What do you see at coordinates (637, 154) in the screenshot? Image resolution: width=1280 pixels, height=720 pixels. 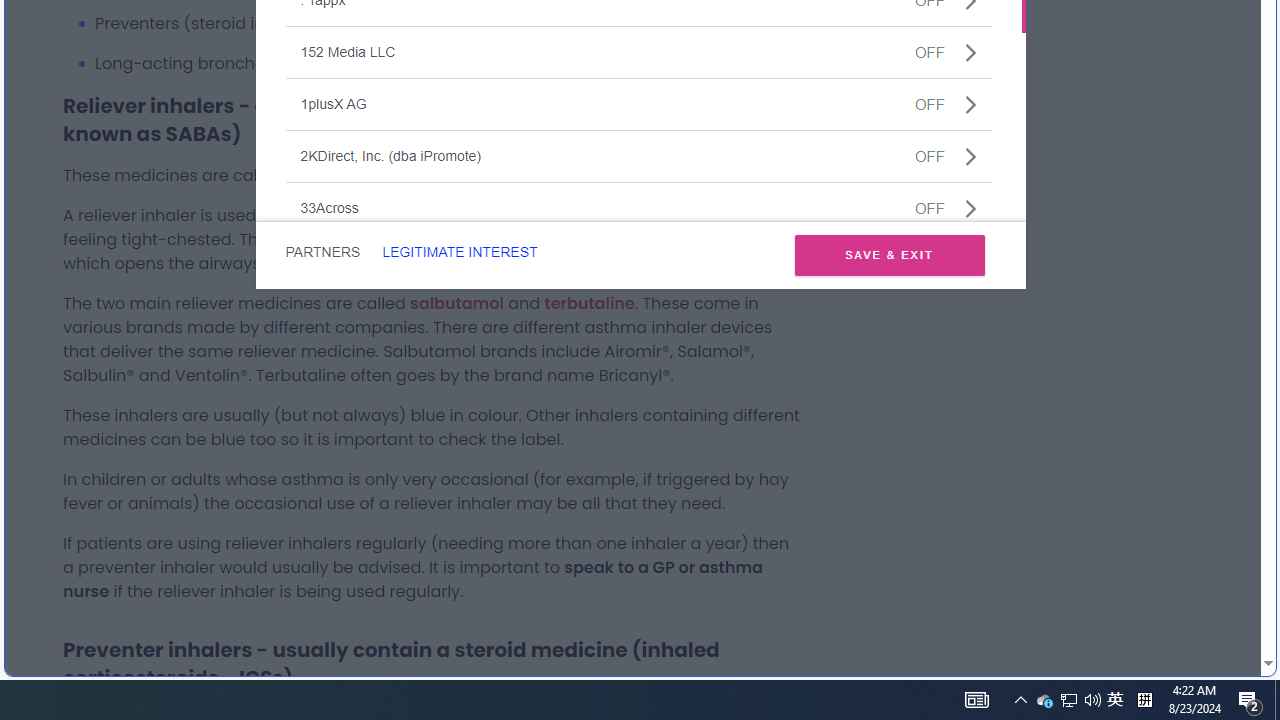 I see `'2KDirect, Inc. (dba iPromote)OFF'` at bounding box center [637, 154].